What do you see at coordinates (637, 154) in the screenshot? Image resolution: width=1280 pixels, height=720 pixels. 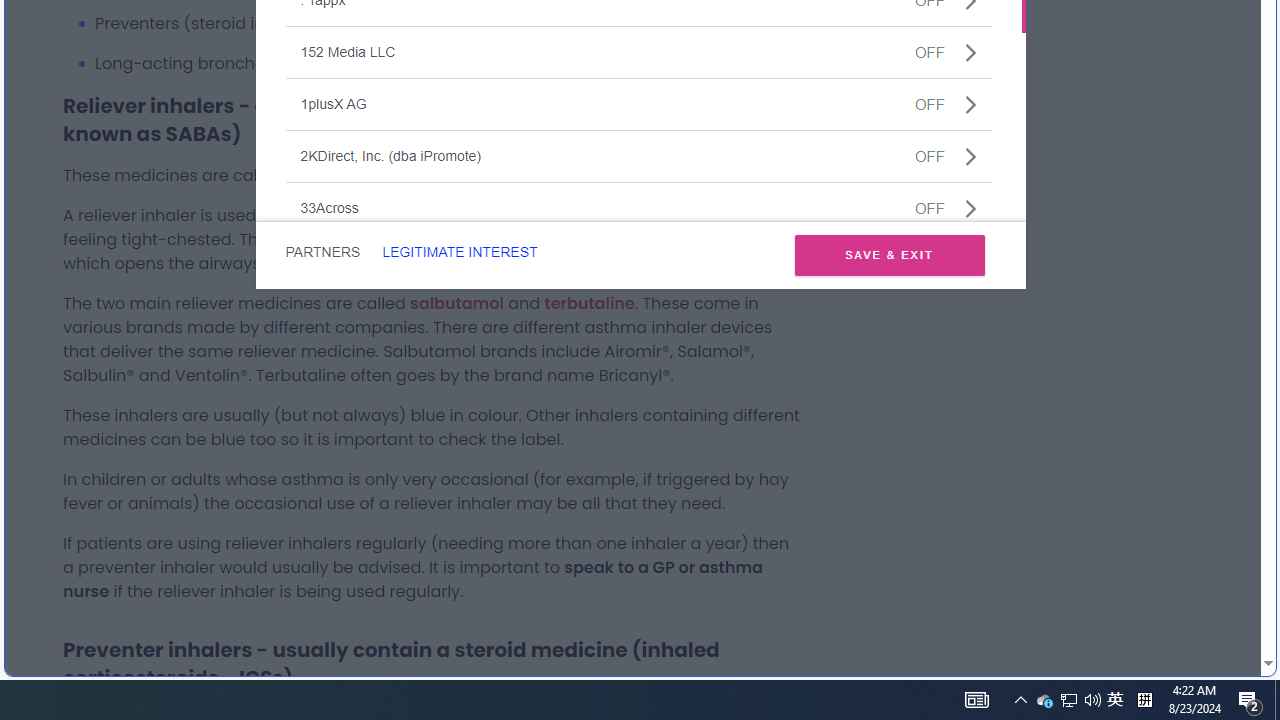 I see `'2KDirect, Inc. (dba iPromote)OFF'` at bounding box center [637, 154].